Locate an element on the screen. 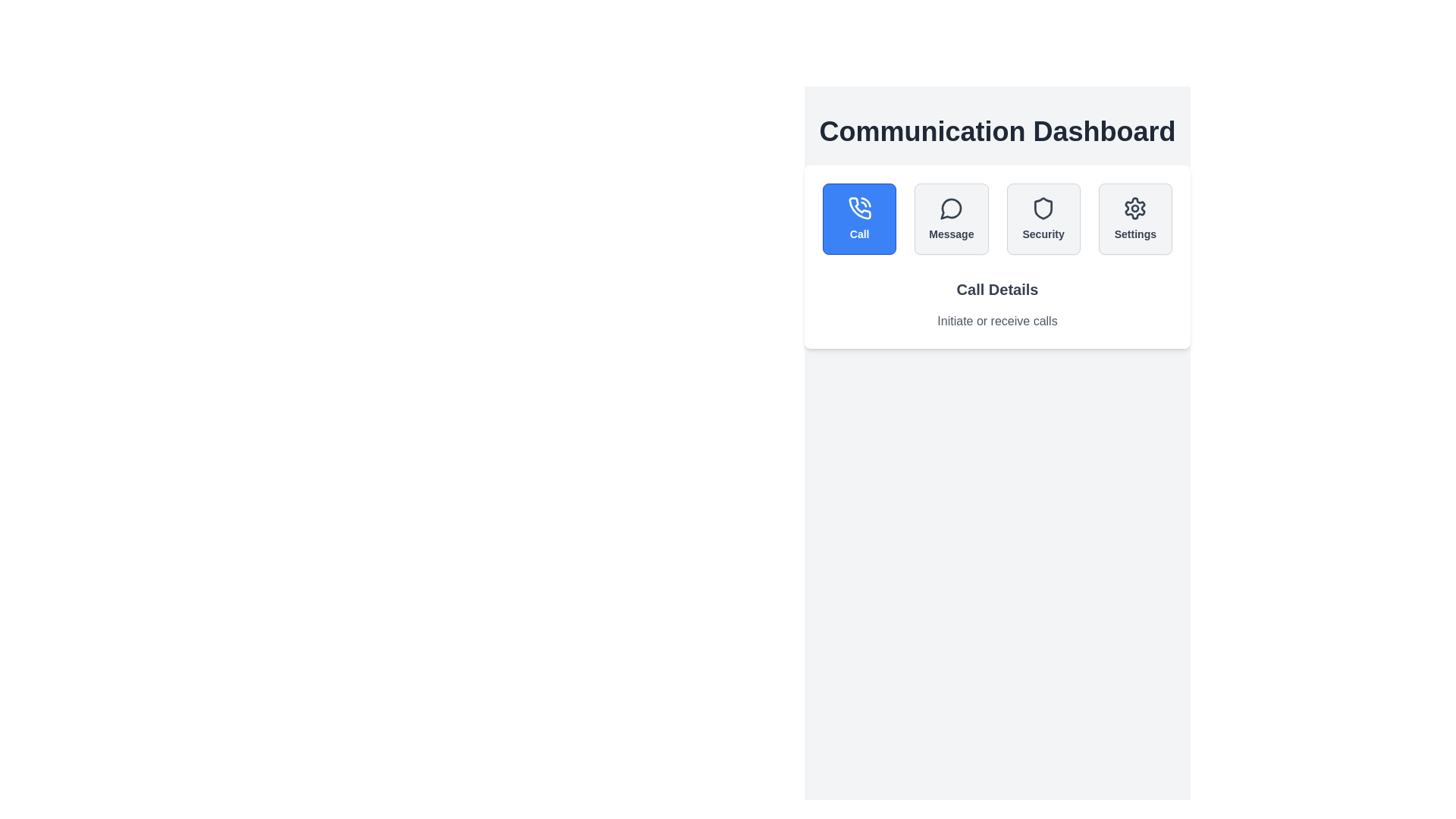 The height and width of the screenshot is (819, 1456). the messaging-related icon located above the 'Message' text label in the second button of the Communication Dashboard is located at coordinates (950, 208).